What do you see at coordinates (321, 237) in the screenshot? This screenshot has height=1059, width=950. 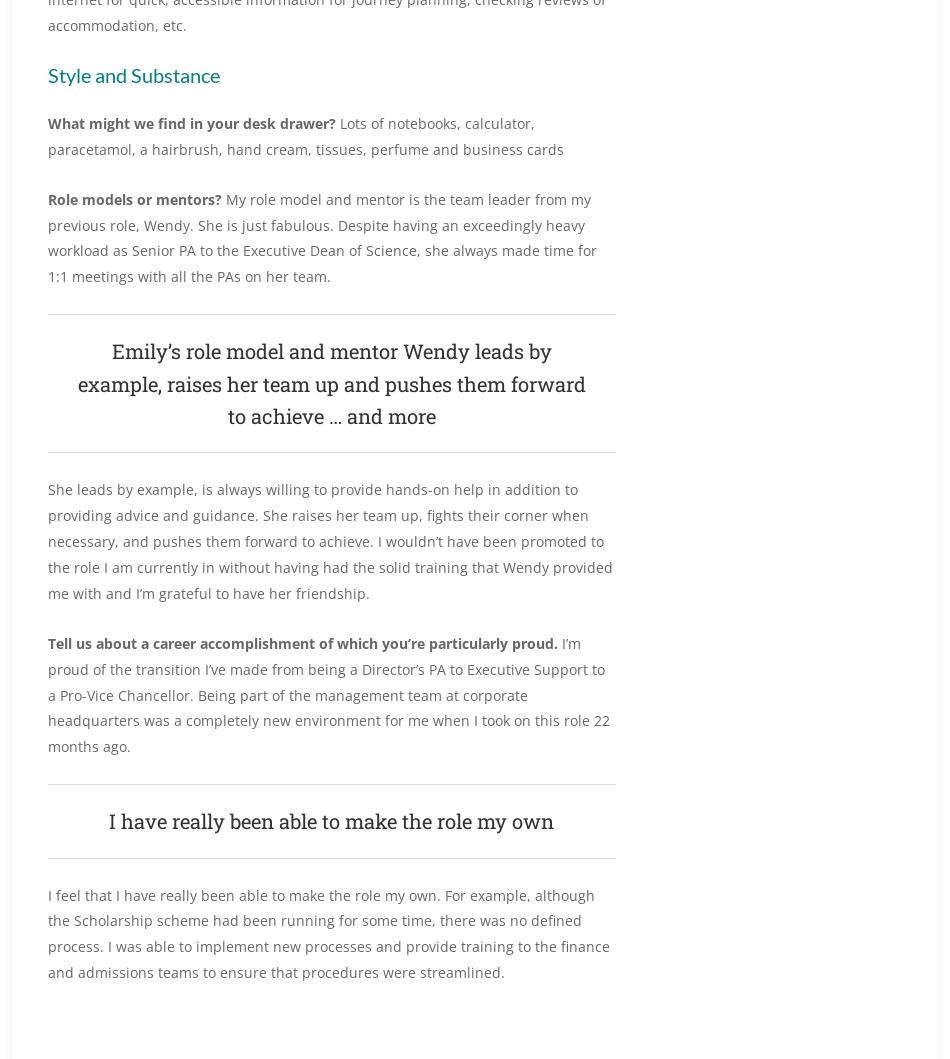 I see `'My role model and mentor is the team leader from my previous role, Wendy. She is just fabulous. Despite having an exceedingly heavy workload as Senior PA to the Executive Dean of Science, she always made time for 1:1 meetings with all the PAs on her team.'` at bounding box center [321, 237].